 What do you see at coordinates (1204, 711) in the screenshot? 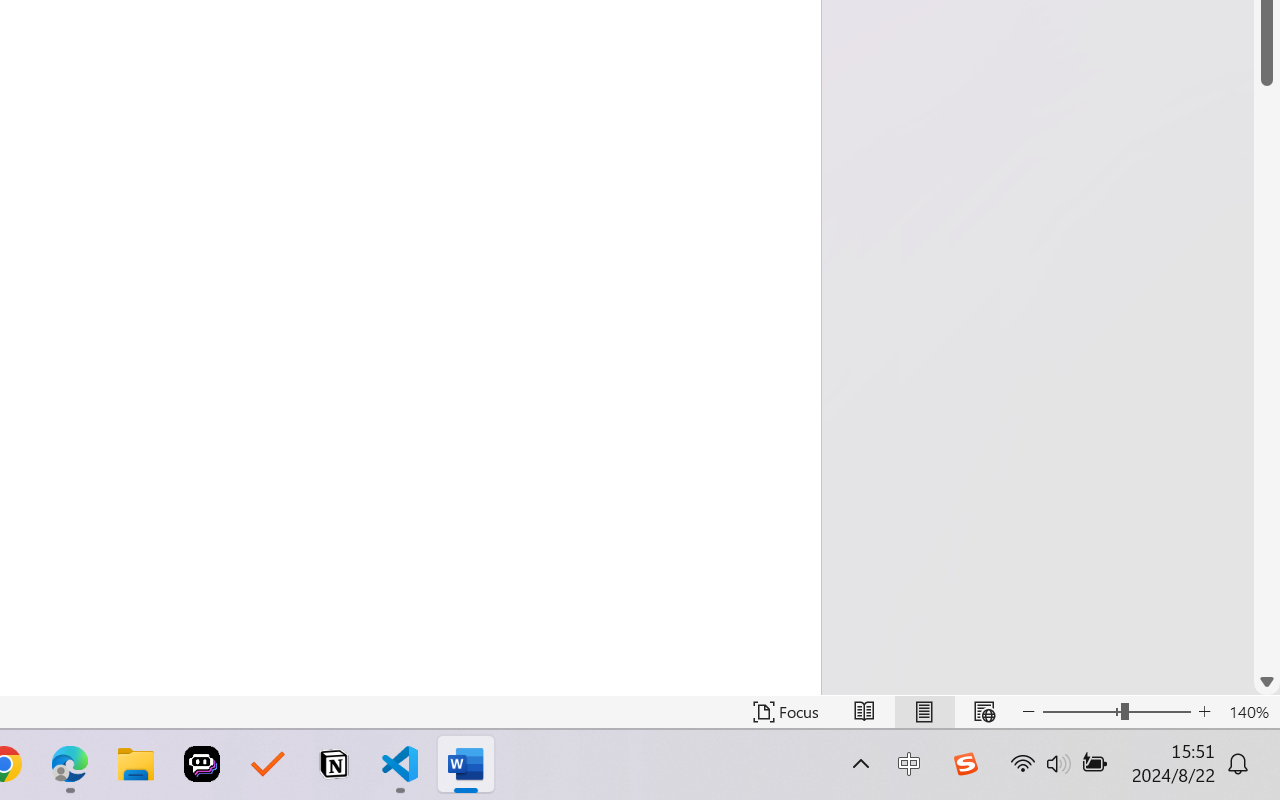
I see `'Zoom In'` at bounding box center [1204, 711].